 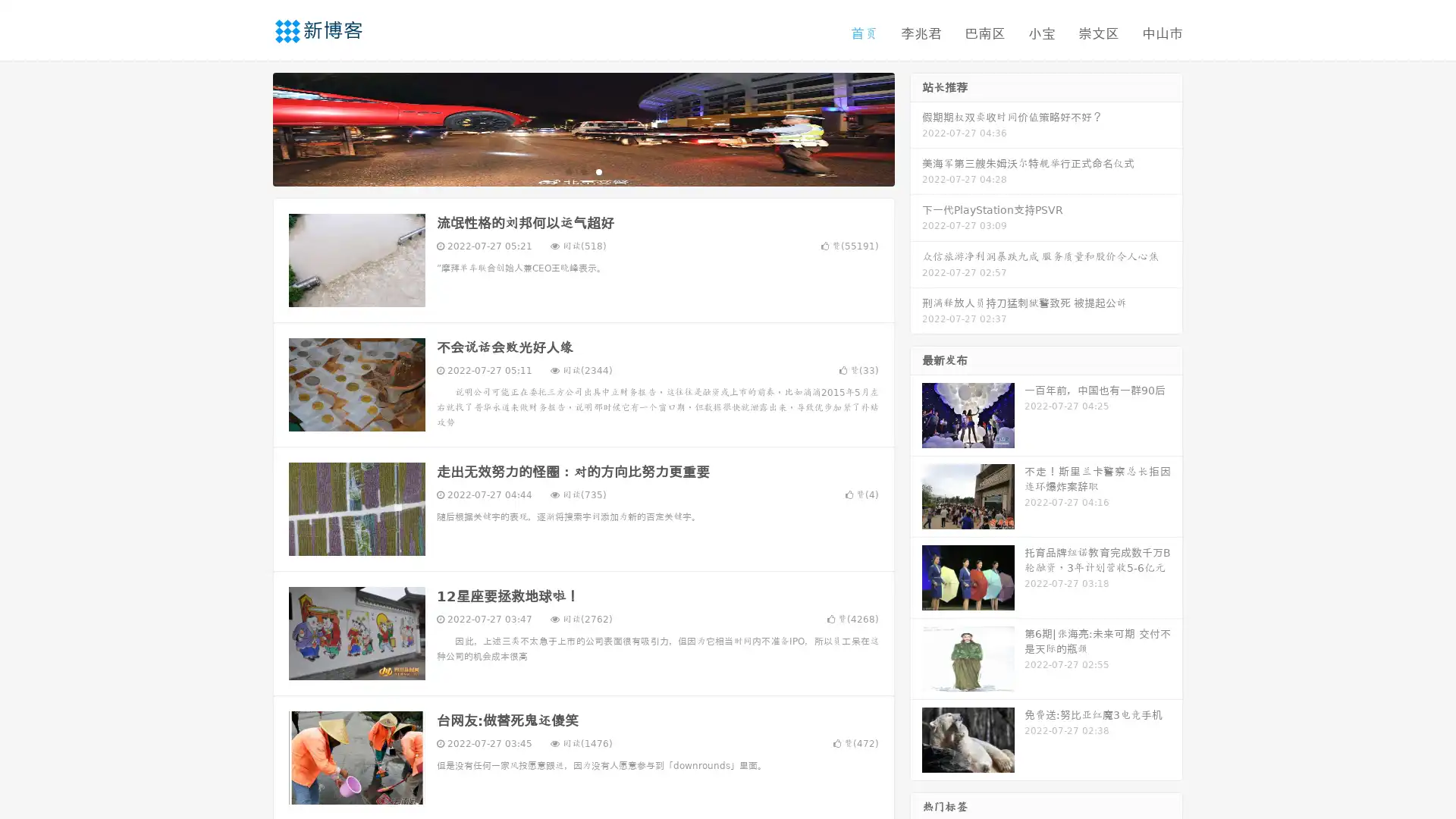 I want to click on Next slide, so click(x=916, y=127).